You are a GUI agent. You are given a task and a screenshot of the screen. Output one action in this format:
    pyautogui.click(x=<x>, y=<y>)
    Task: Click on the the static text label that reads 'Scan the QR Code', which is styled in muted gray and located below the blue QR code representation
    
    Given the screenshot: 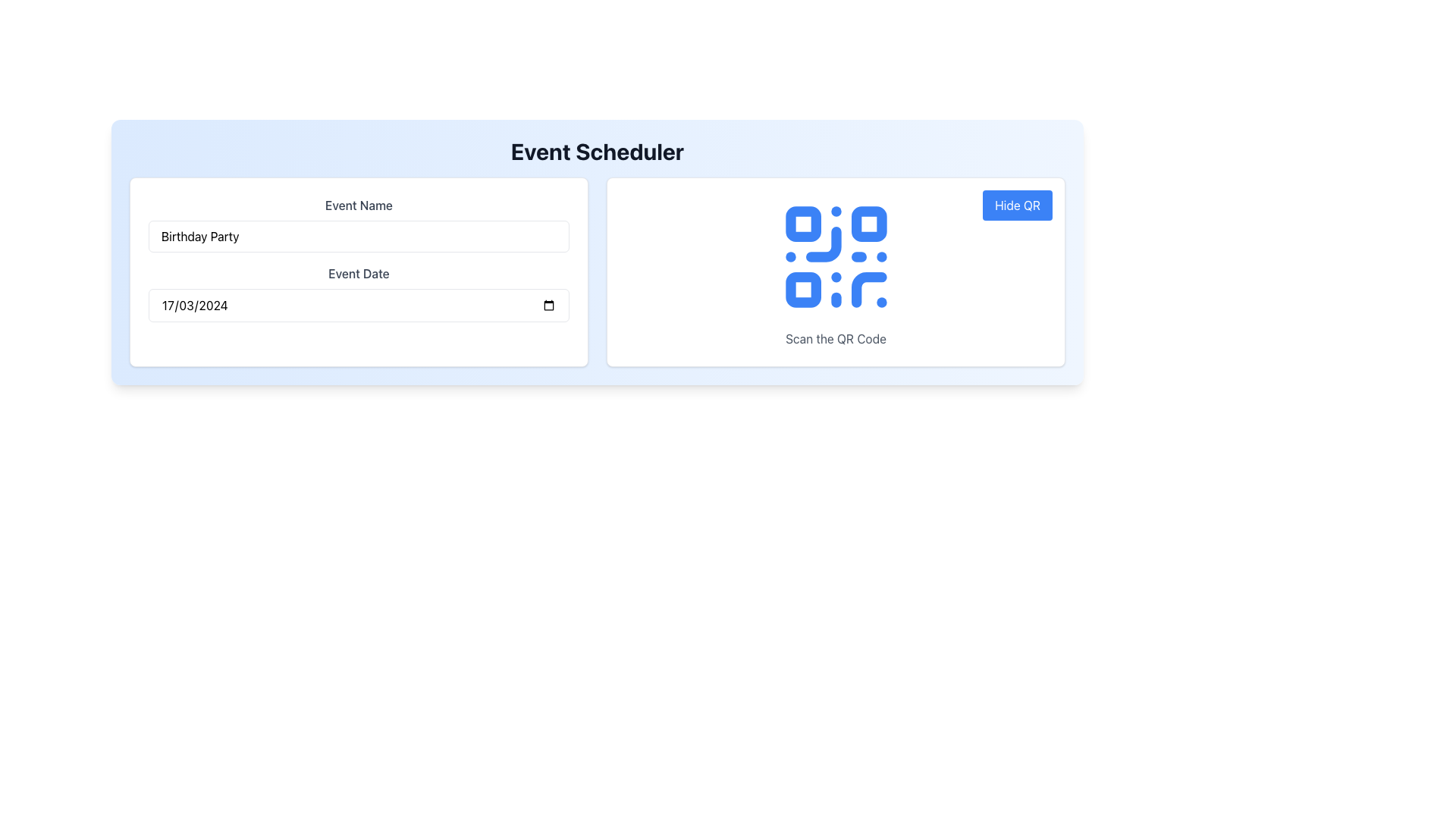 What is the action you would take?
    pyautogui.click(x=835, y=338)
    